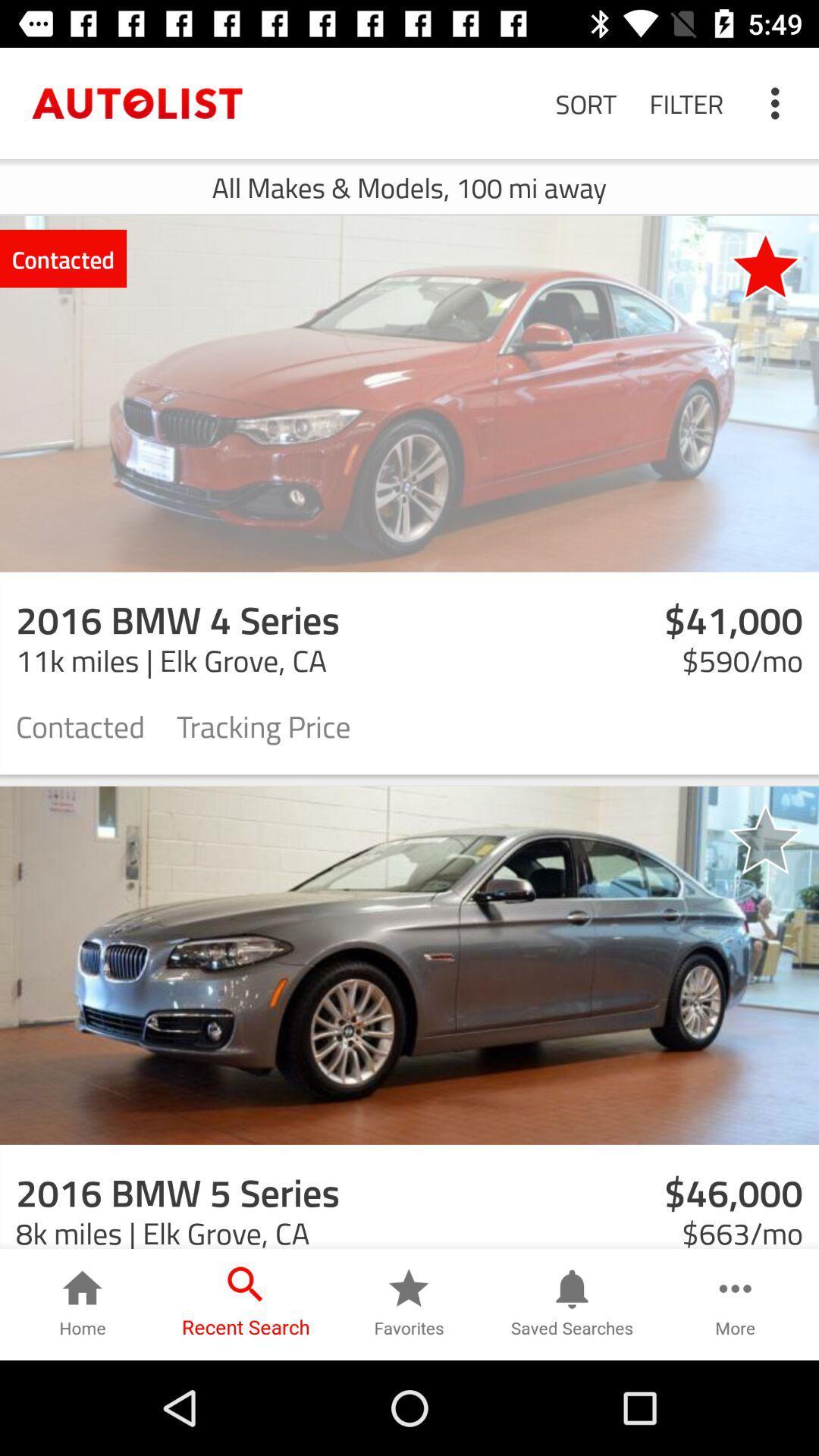 The image size is (819, 1456). Describe the element at coordinates (585, 102) in the screenshot. I see `the item next to filter item` at that location.